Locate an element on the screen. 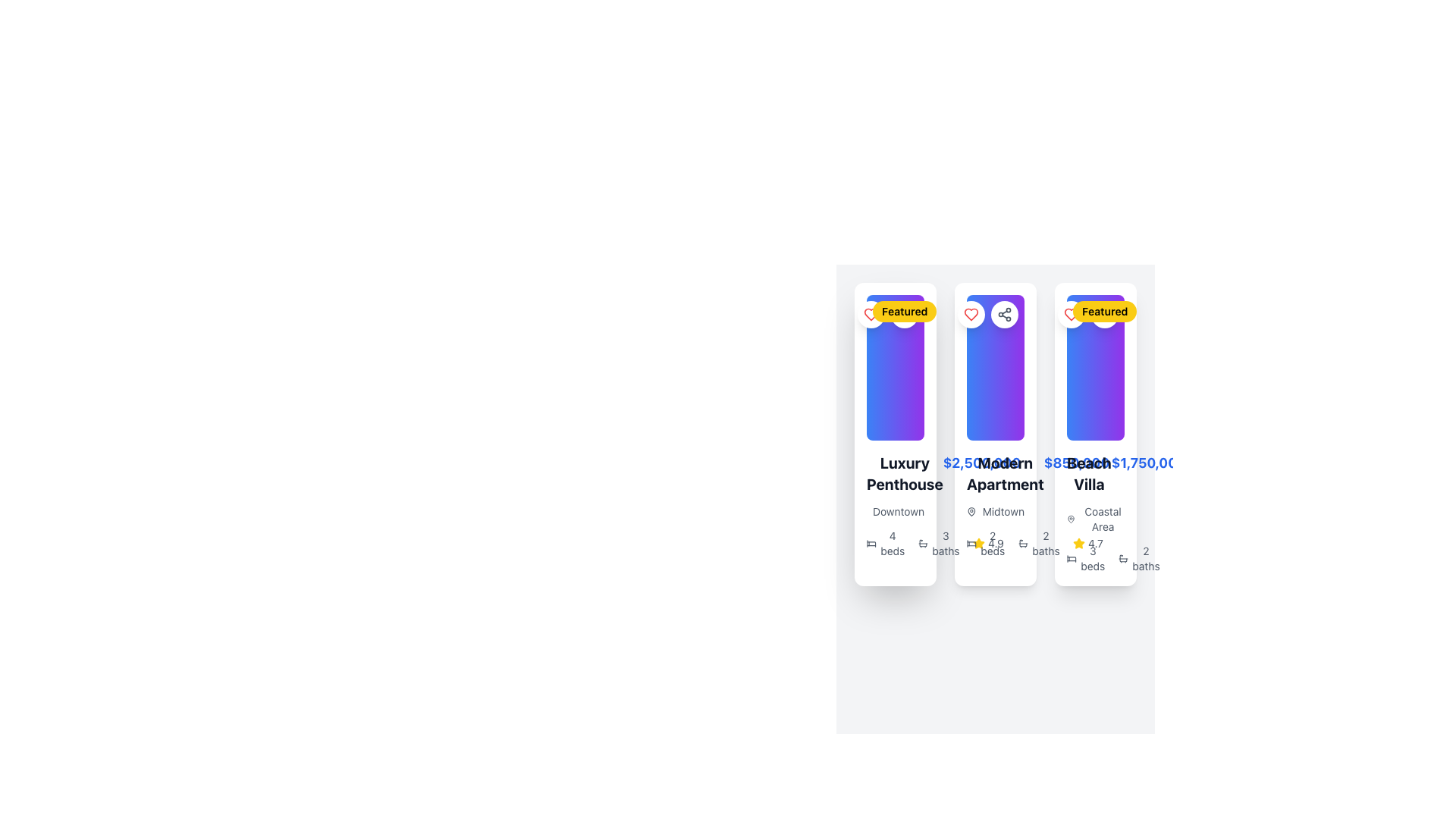 This screenshot has width=1456, height=819. the descriptive UI component displaying '2 baths' with an accompanying bathtub icon, located at the bottom of the third property card is located at coordinates (1146, 558).